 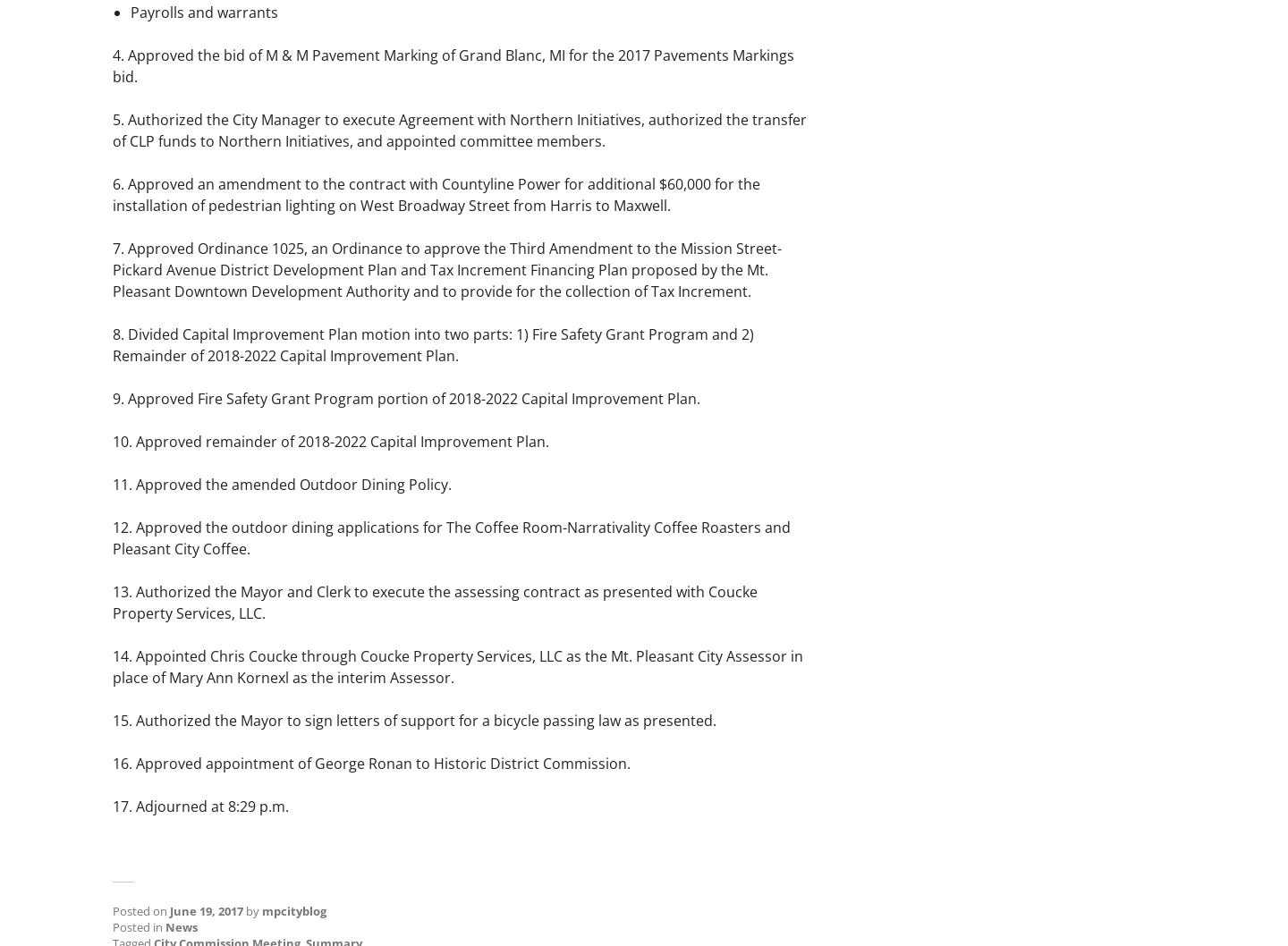 What do you see at coordinates (111, 440) in the screenshot?
I see `'10. Approved remainder of 2018-2022 Capital Improvement Plan.'` at bounding box center [111, 440].